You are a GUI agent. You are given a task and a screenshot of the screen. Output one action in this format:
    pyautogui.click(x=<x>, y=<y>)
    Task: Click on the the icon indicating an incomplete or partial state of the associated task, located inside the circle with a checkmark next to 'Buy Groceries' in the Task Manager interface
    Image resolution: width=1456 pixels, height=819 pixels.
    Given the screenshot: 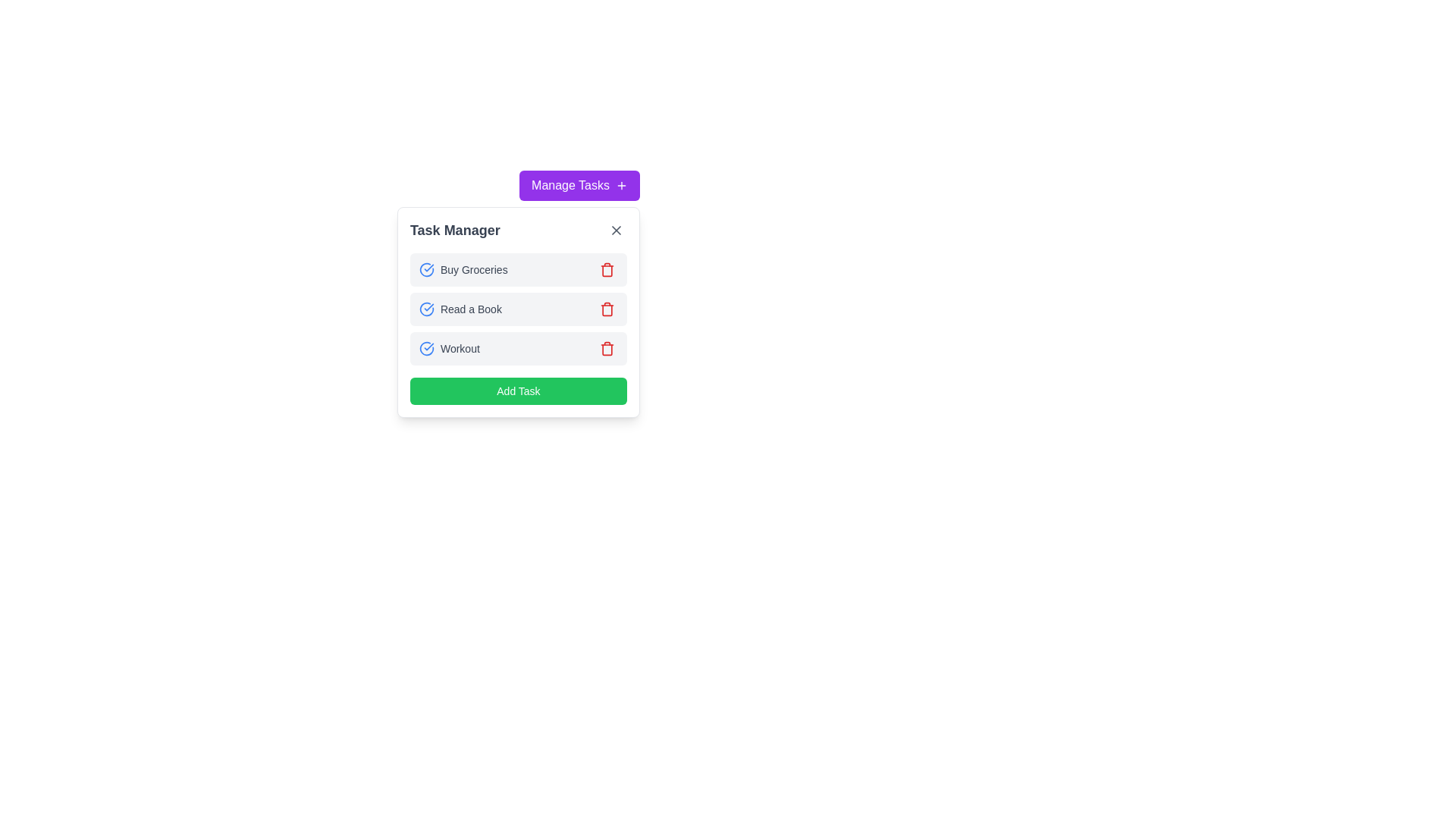 What is the action you would take?
    pyautogui.click(x=425, y=268)
    